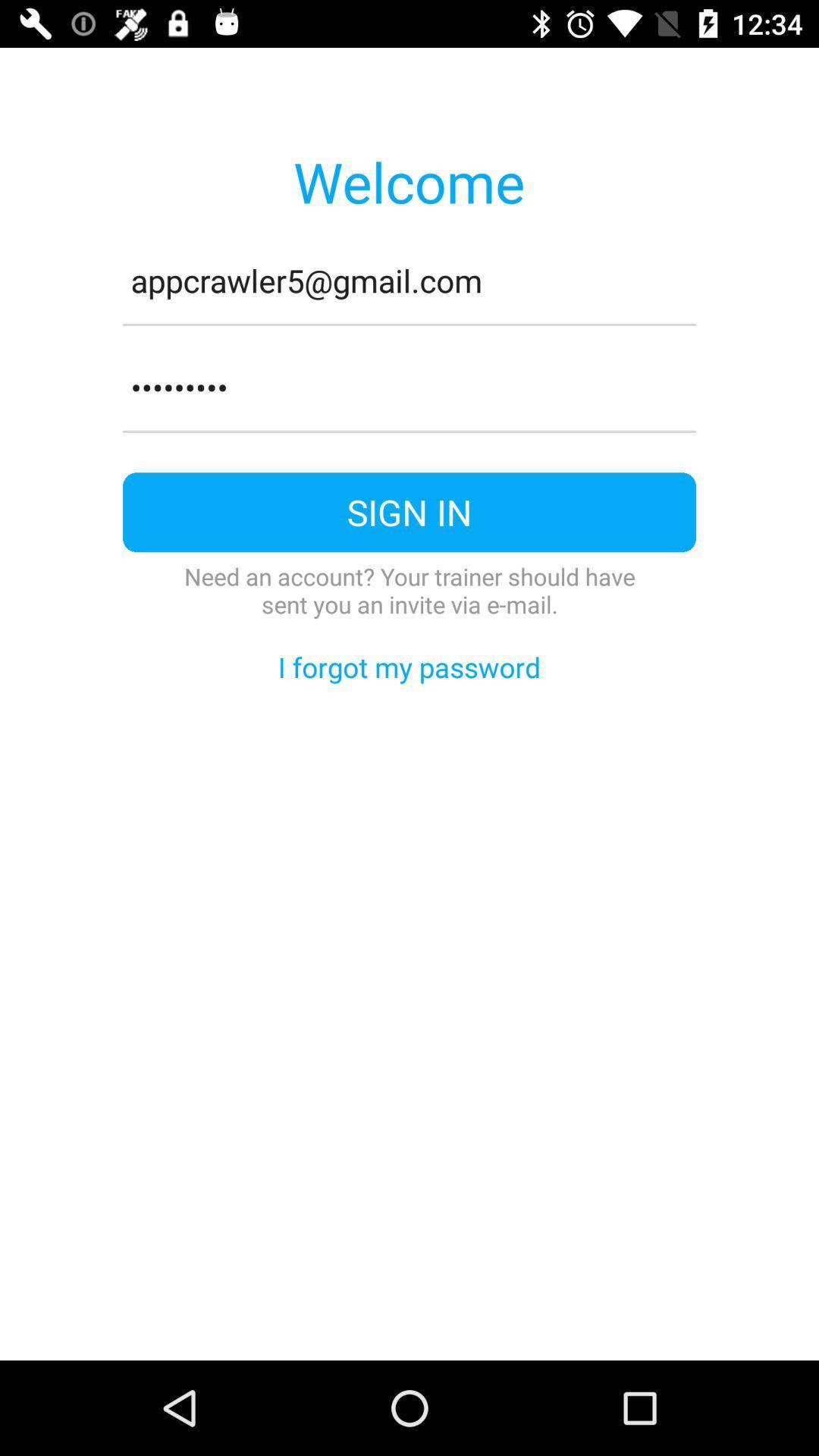  Describe the element at coordinates (409, 667) in the screenshot. I see `i forgot my` at that location.